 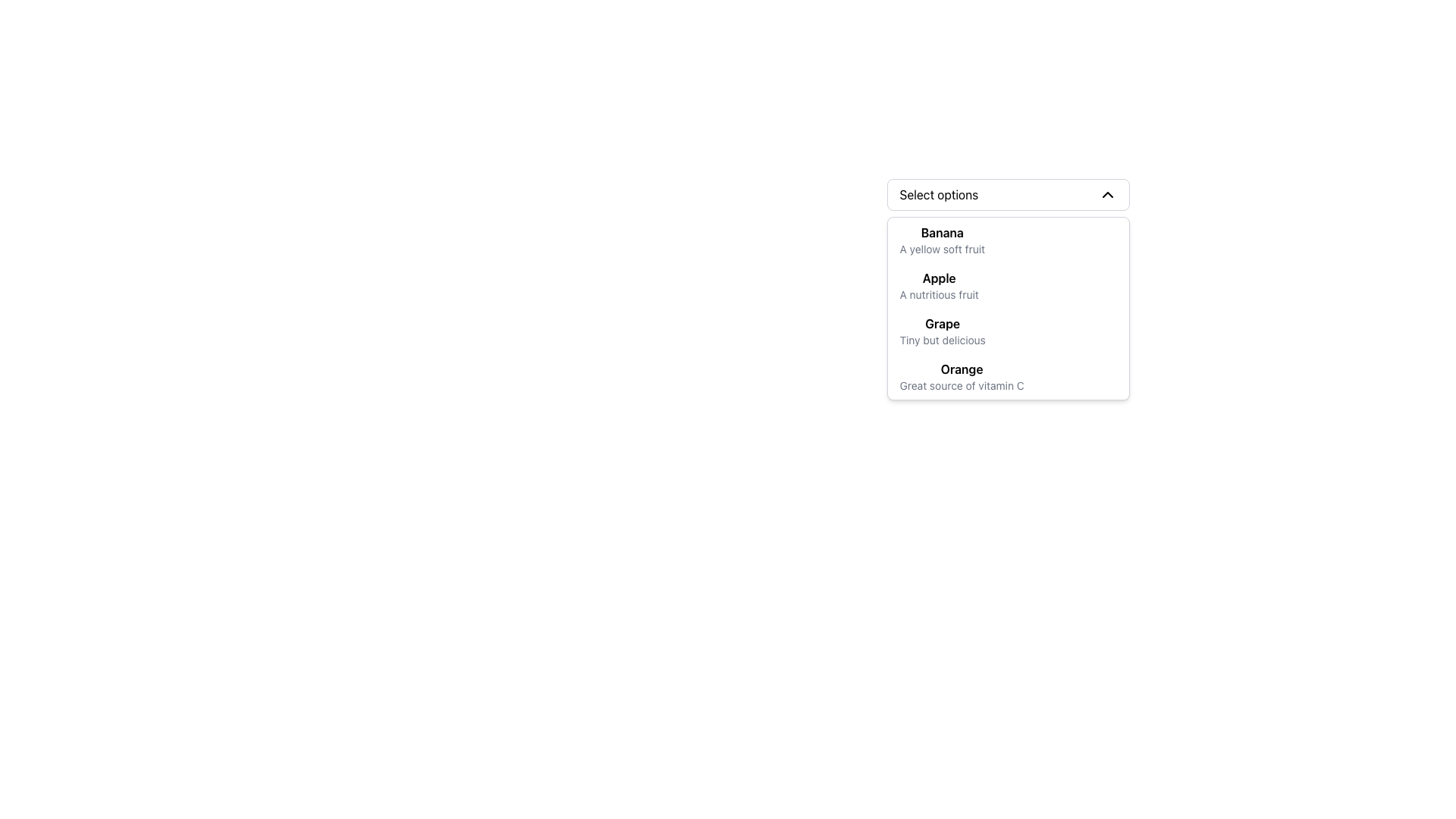 What do you see at coordinates (1008, 376) in the screenshot?
I see `to select the fourth list item labeled 'Orange' in the dropdown menu, which is located below the 'Grape' option` at bounding box center [1008, 376].